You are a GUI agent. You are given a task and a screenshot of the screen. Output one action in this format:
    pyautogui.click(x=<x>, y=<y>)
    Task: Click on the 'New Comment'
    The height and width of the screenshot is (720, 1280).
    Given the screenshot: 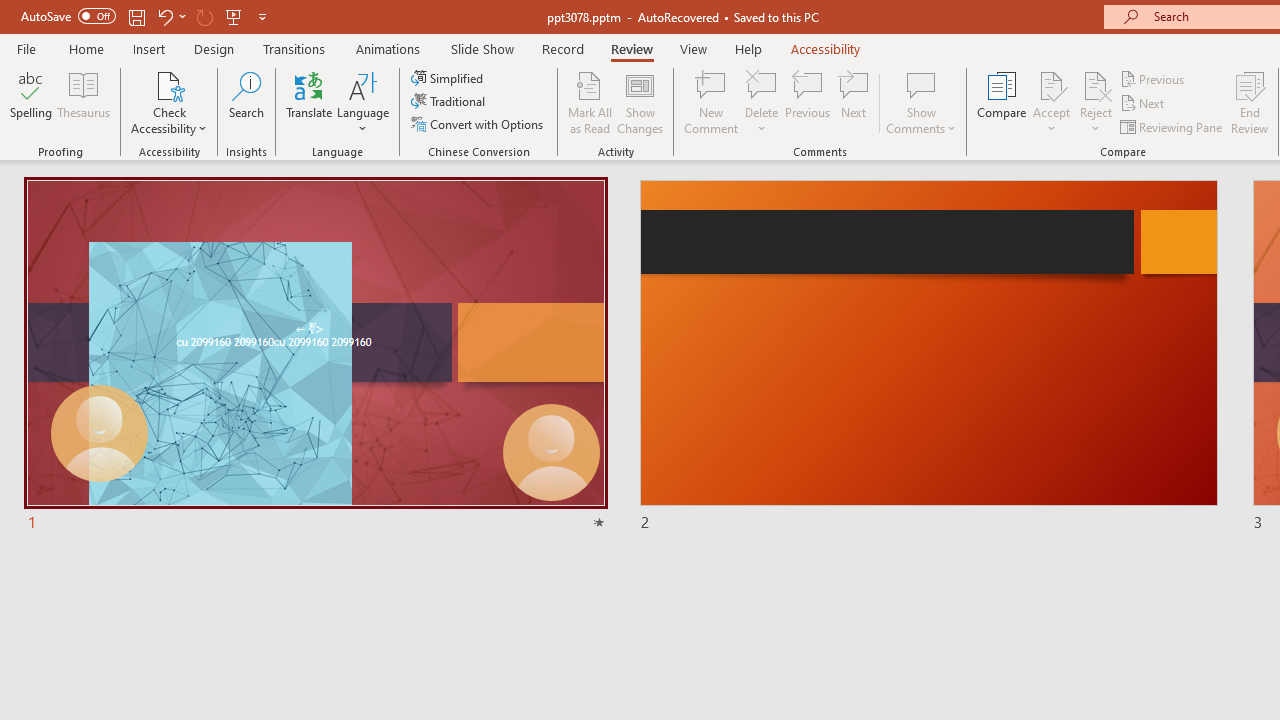 What is the action you would take?
    pyautogui.click(x=711, y=103)
    